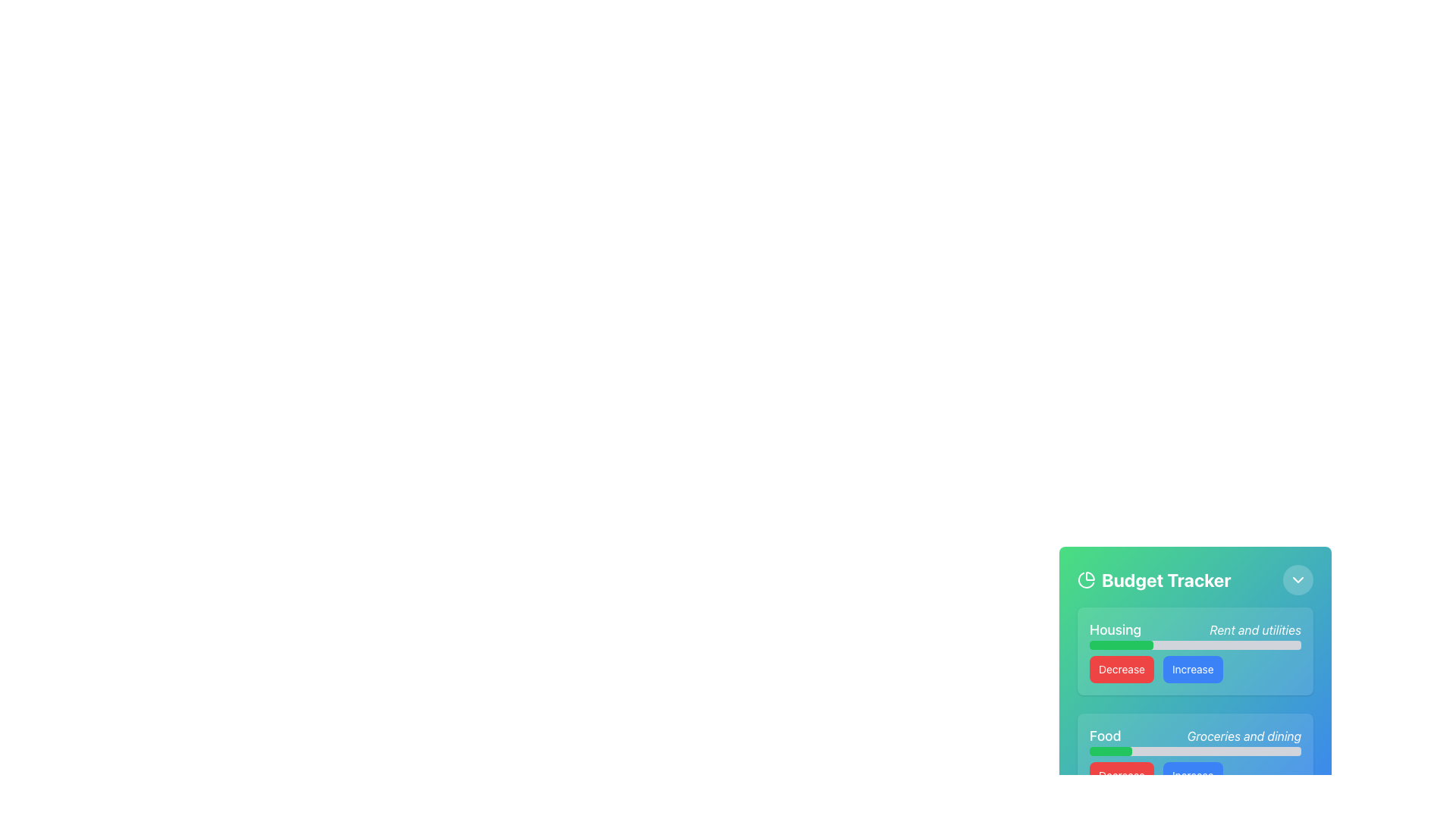  What do you see at coordinates (1153, 579) in the screenshot?
I see `the 'Budget Tracker' text label which is in bold, large font and aligned within the green-to-blue gradient header, next to a pie-chart icon` at bounding box center [1153, 579].